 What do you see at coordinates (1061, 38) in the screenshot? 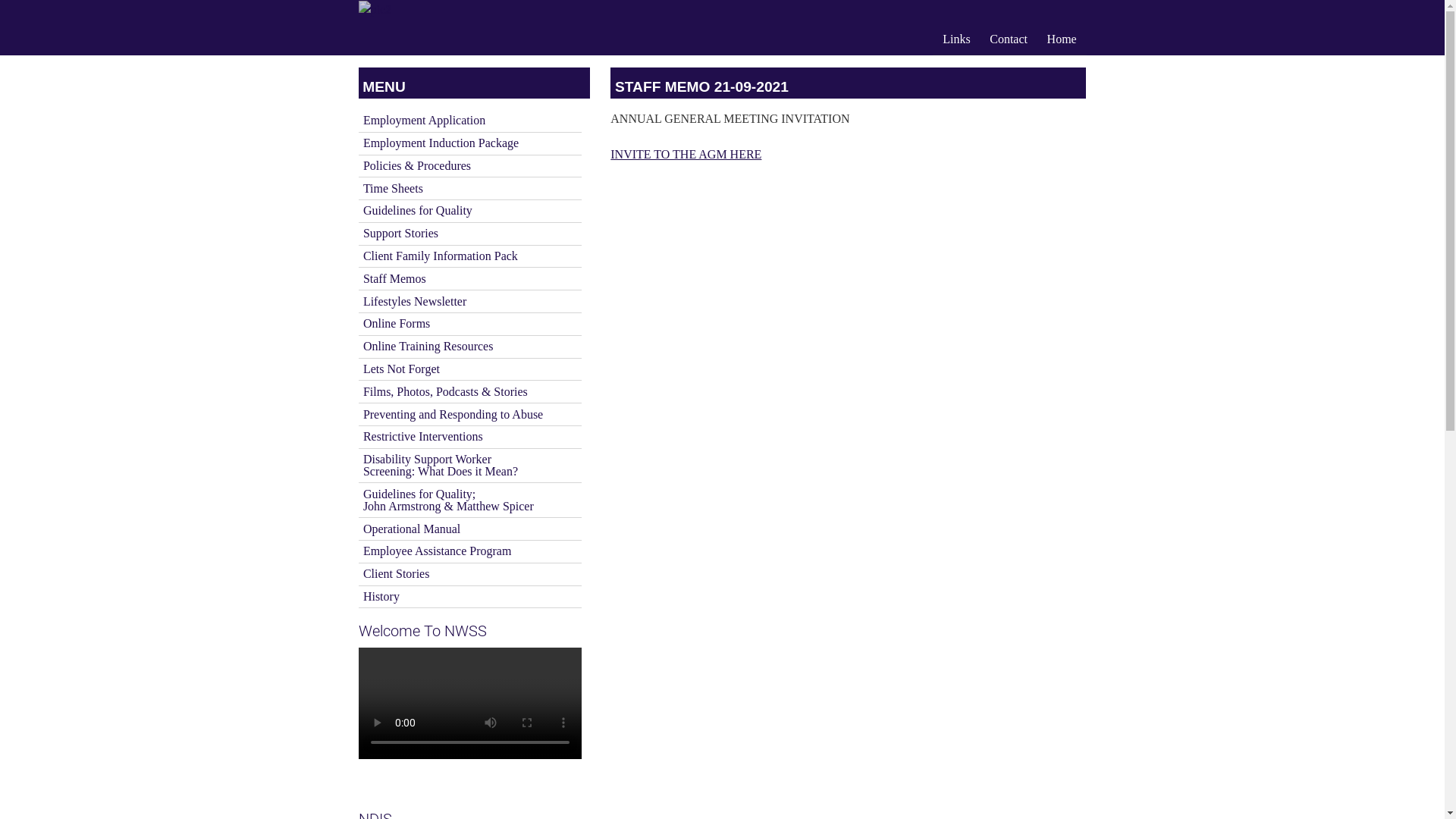
I see `'Home'` at bounding box center [1061, 38].